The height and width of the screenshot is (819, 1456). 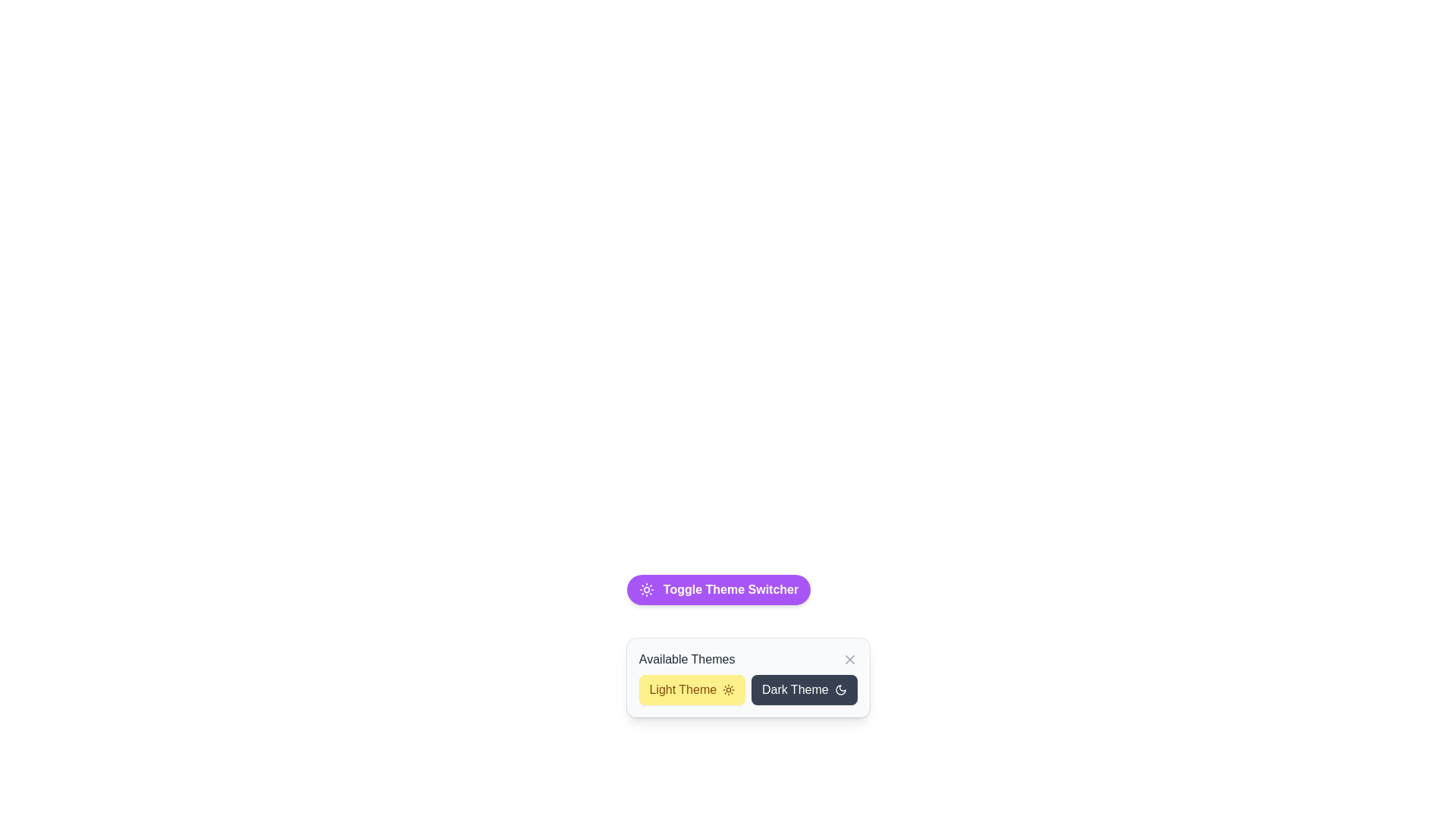 What do you see at coordinates (729, 690) in the screenshot?
I see `the sun icon within the 'Light Theme' button in the 'Available Themes' section` at bounding box center [729, 690].